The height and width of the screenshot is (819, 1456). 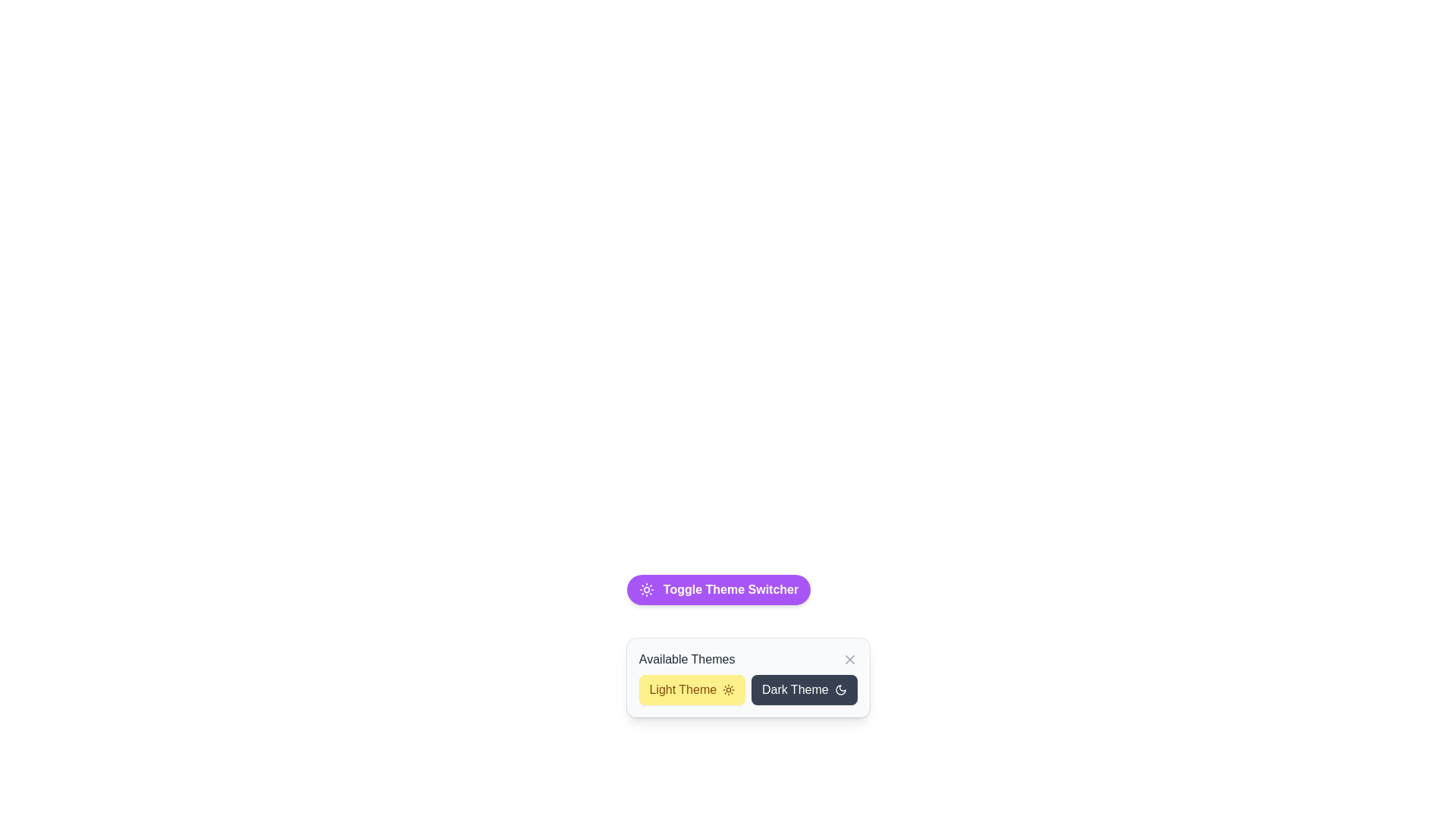 What do you see at coordinates (729, 690) in the screenshot?
I see `the sun icon within the 'Light Theme' button in the 'Available Themes' section` at bounding box center [729, 690].